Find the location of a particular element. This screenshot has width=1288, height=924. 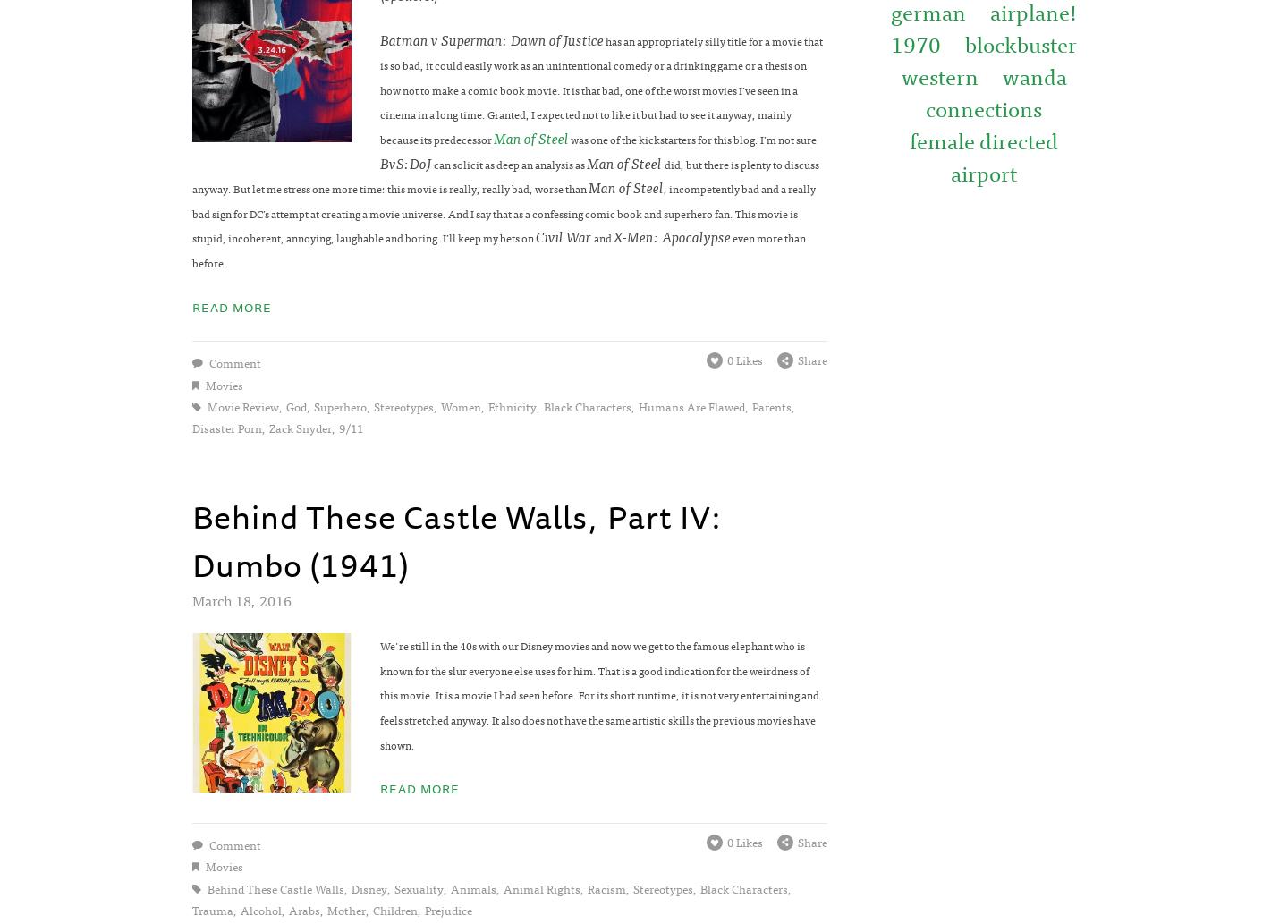

'alcohol' is located at coordinates (260, 909).